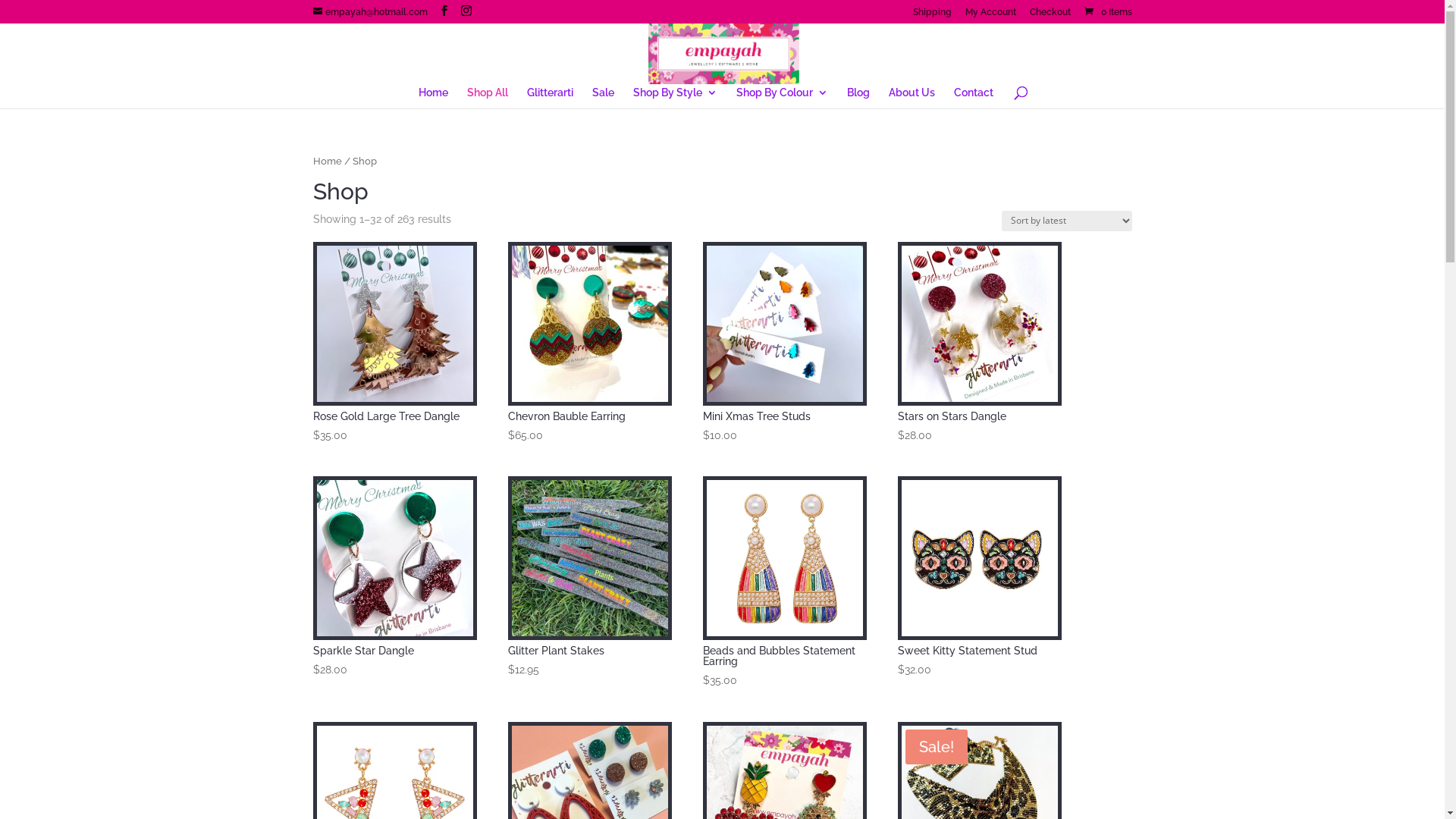 The height and width of the screenshot is (819, 1456). What do you see at coordinates (979, 343) in the screenshot?
I see `'Stars on Stars Dangle` at bounding box center [979, 343].